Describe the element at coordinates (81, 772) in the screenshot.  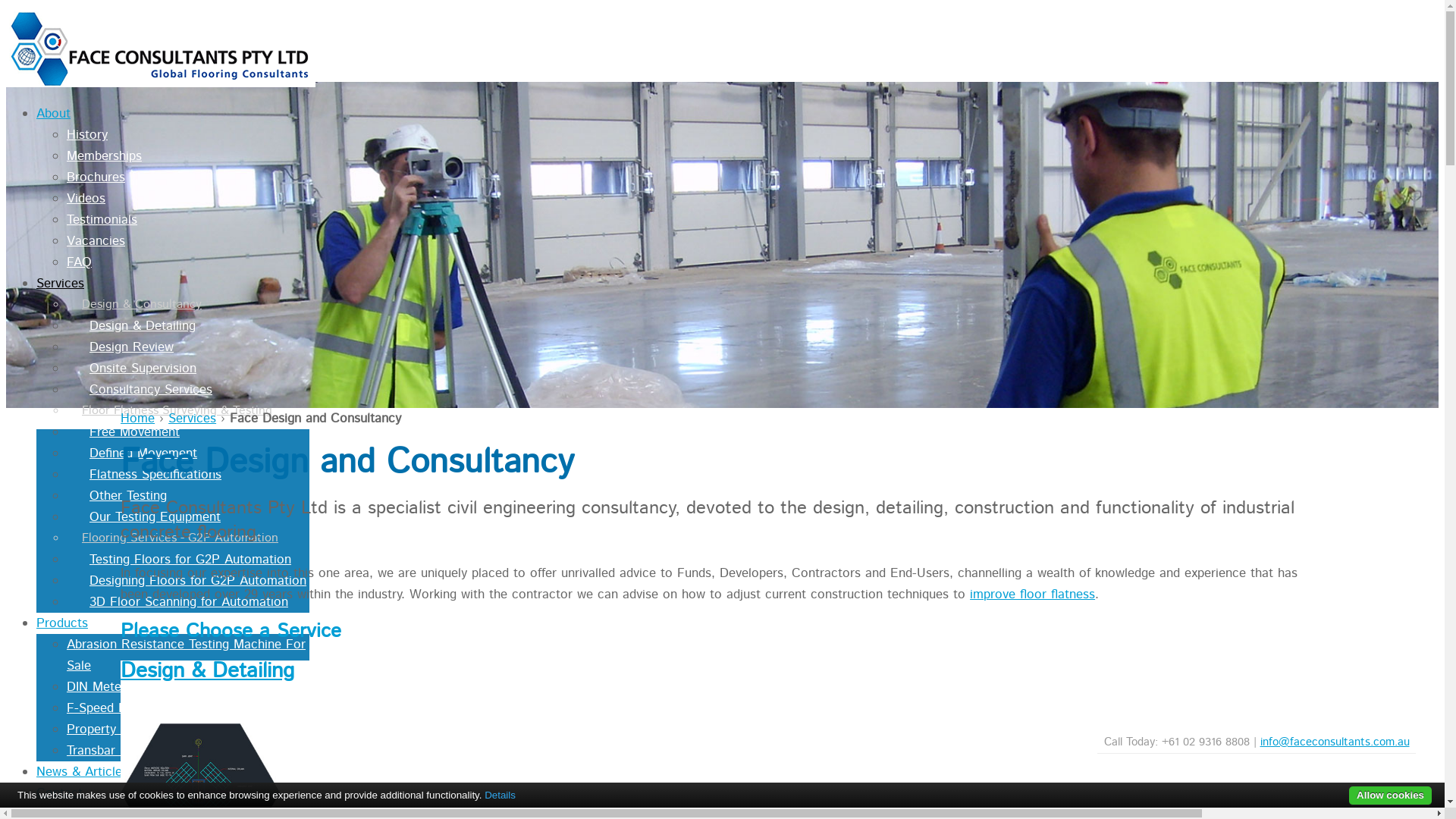
I see `'News & Articles'` at that location.